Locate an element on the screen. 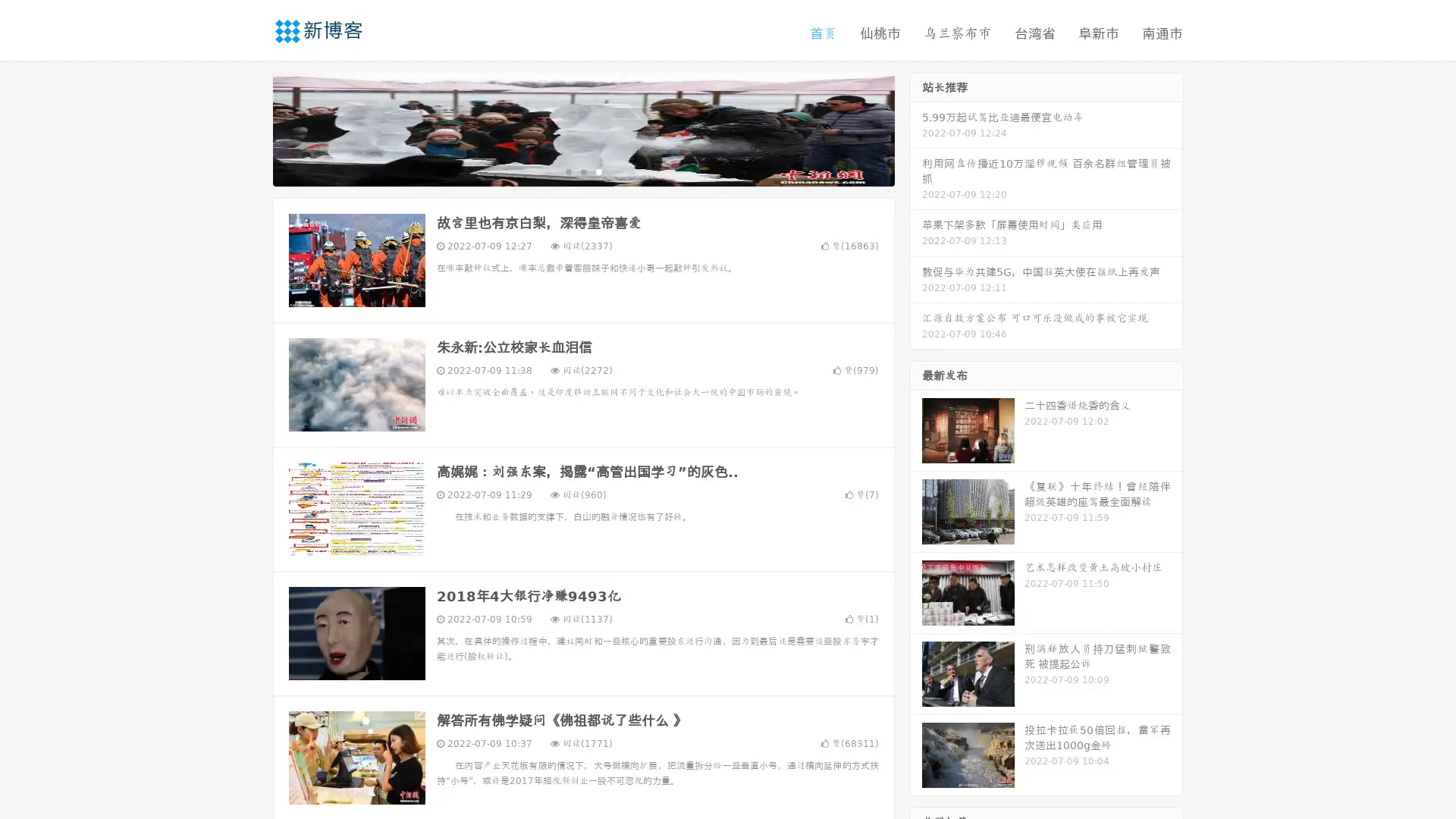 This screenshot has height=819, width=1456. Go to slide 1 is located at coordinates (567, 171).